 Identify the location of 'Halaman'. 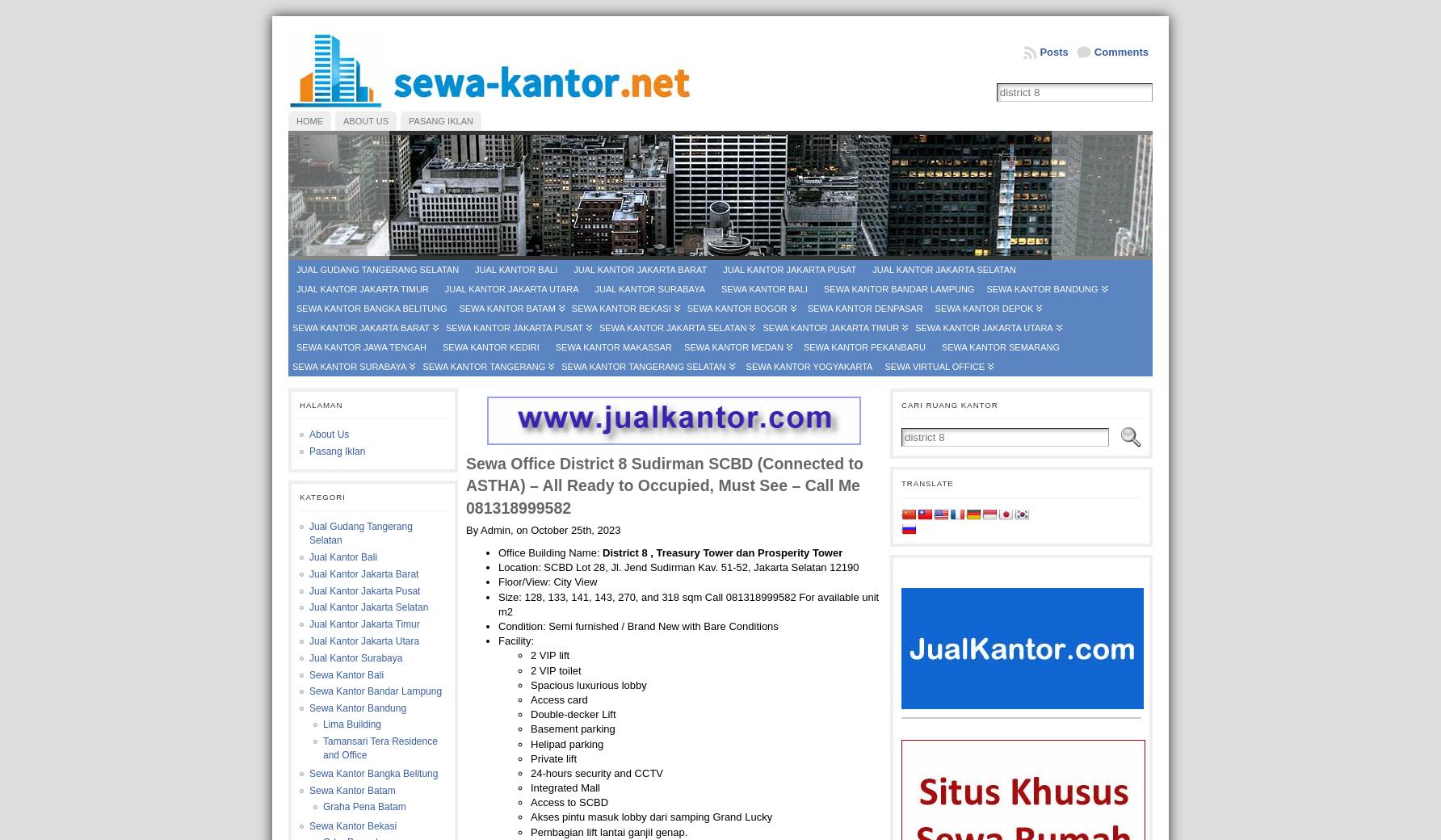
(299, 405).